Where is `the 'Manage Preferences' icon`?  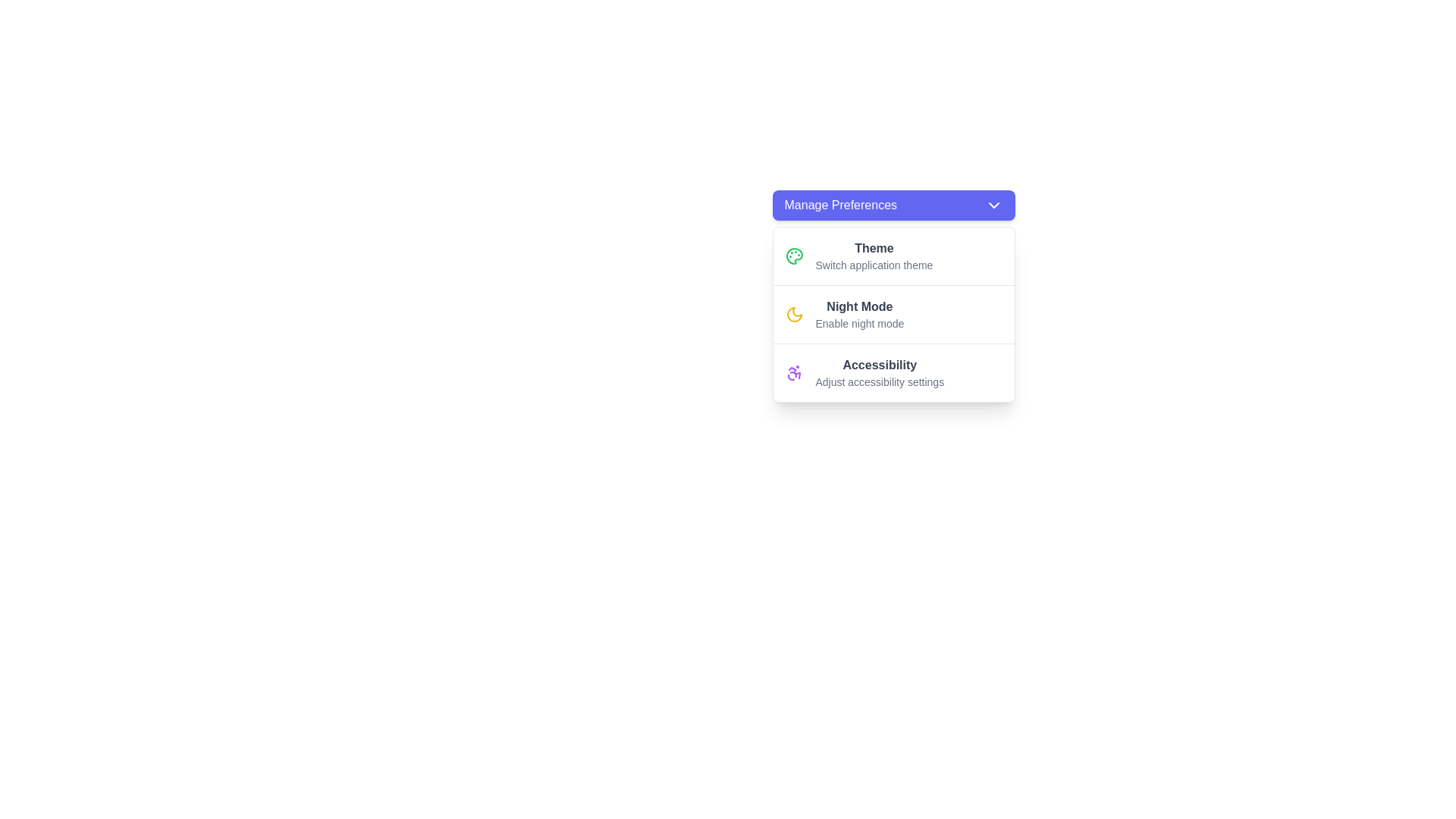
the 'Manage Preferences' icon is located at coordinates (993, 205).